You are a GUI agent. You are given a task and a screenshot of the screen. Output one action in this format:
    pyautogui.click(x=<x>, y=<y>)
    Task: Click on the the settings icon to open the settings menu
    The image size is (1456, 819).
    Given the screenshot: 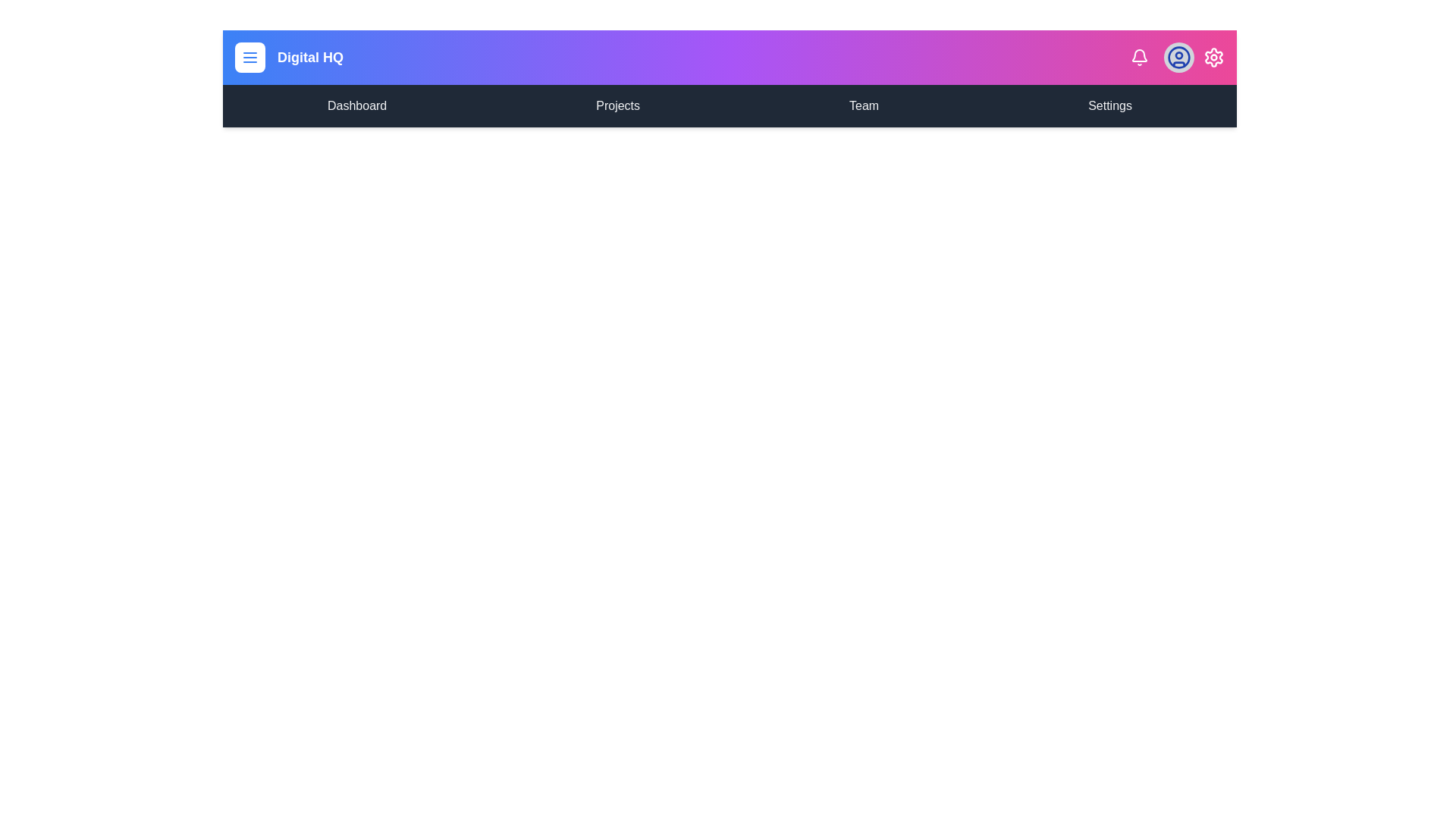 What is the action you would take?
    pyautogui.click(x=1214, y=57)
    